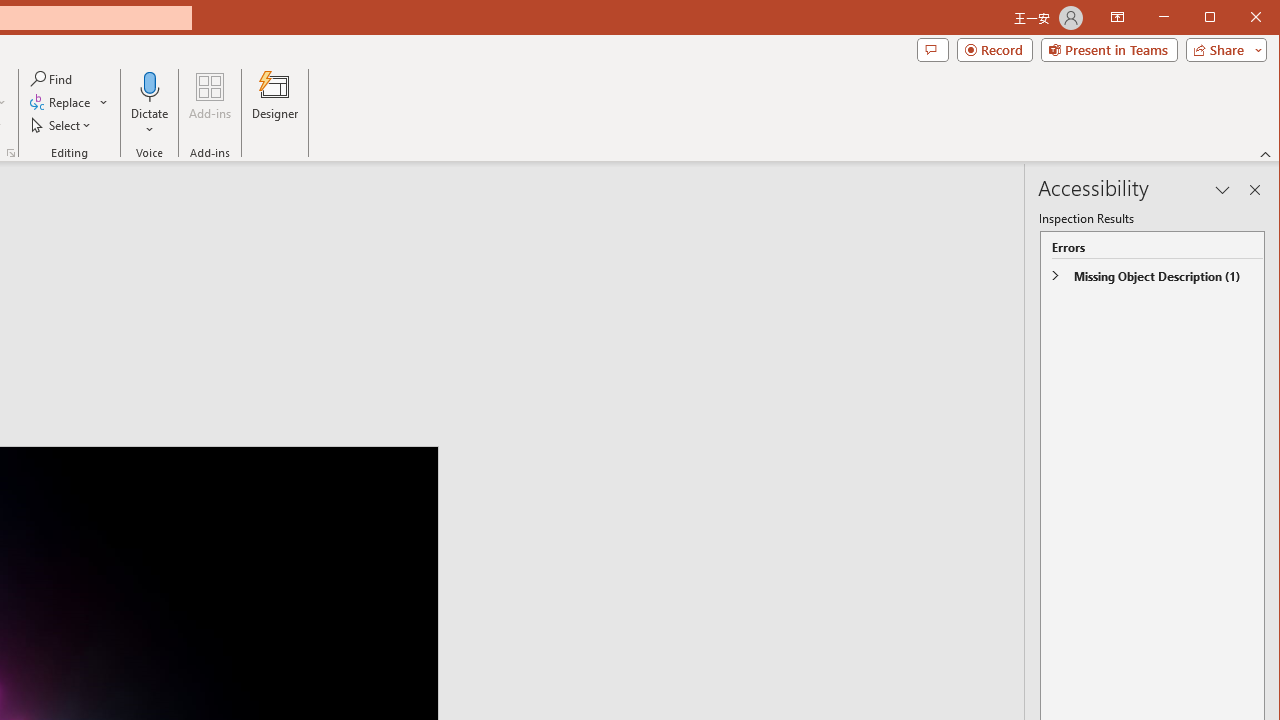 The image size is (1280, 720). Describe the element at coordinates (53, 78) in the screenshot. I see `'Find...'` at that location.